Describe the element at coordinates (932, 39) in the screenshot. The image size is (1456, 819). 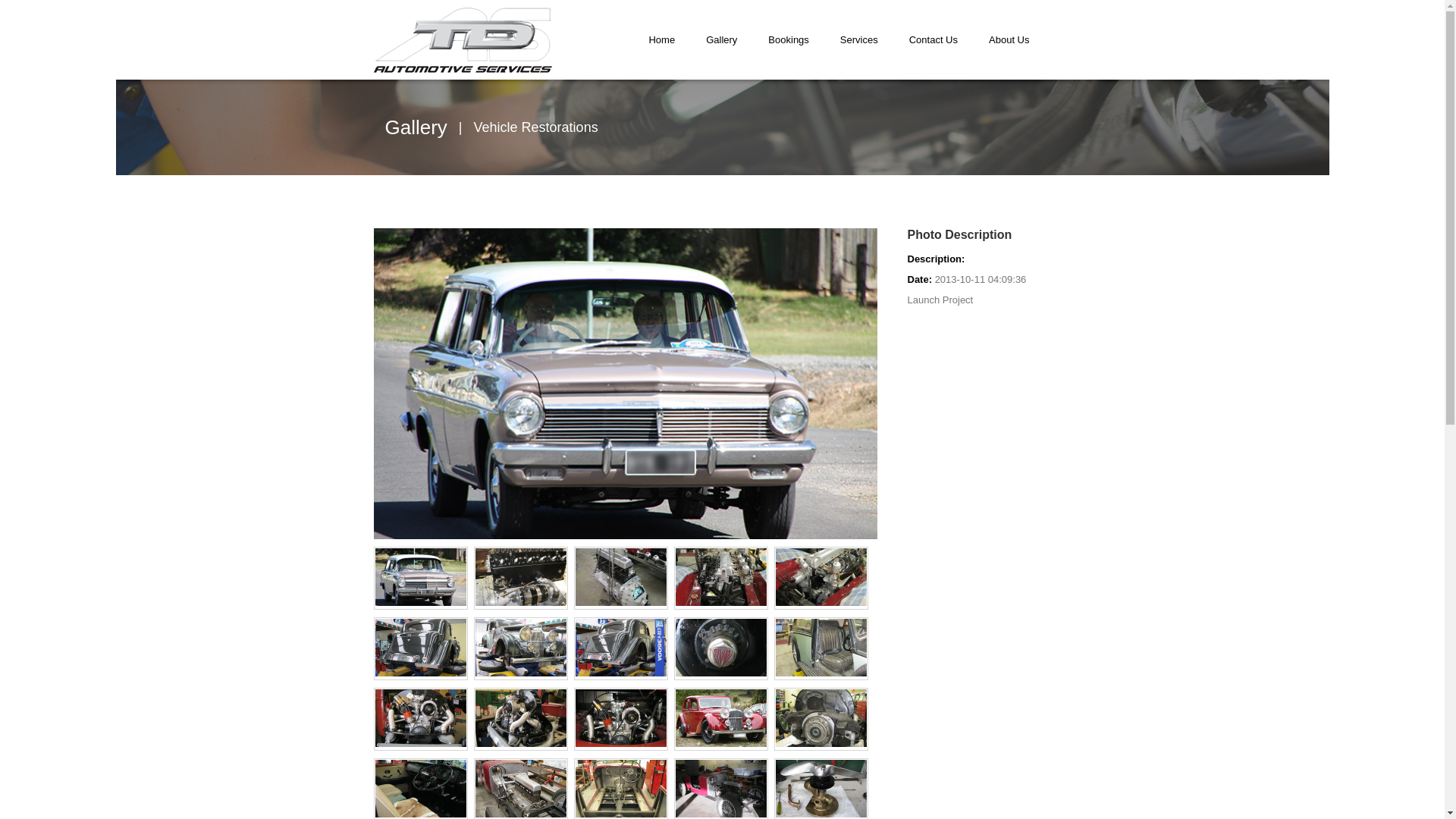
I see `'Contact Us'` at that location.